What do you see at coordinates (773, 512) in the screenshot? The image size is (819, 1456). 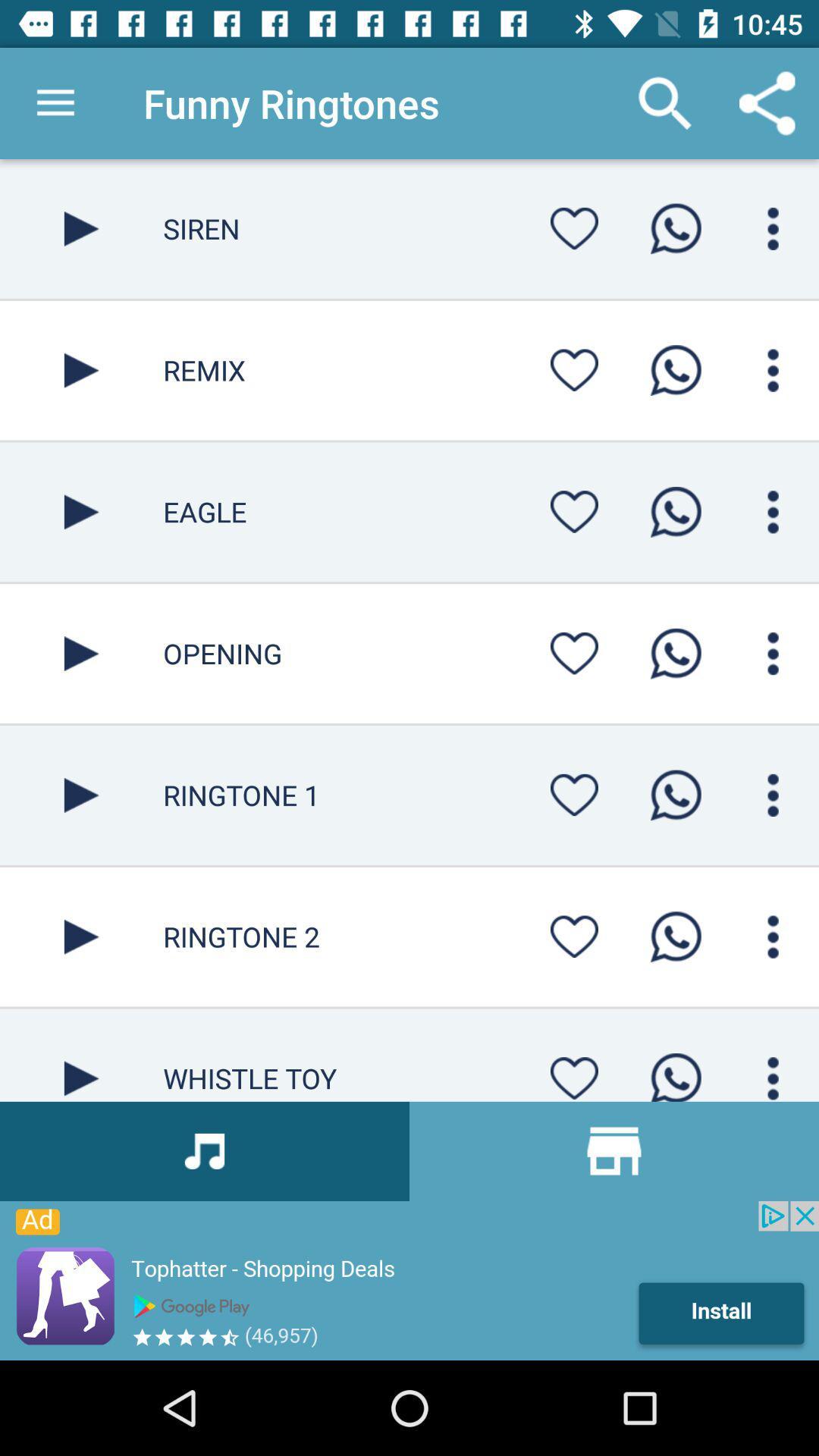 I see `icon` at bounding box center [773, 512].